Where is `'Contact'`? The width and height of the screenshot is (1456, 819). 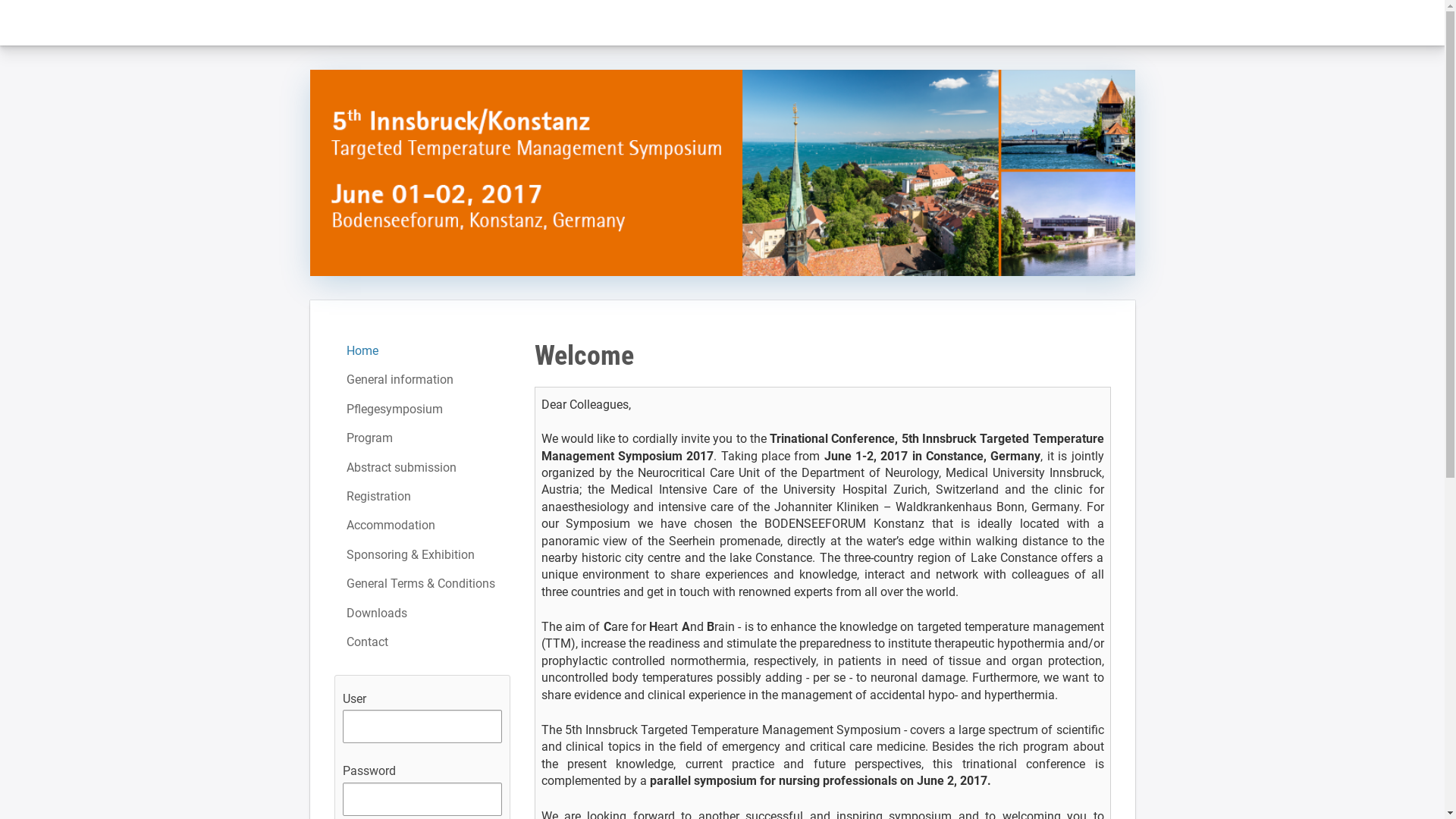 'Contact' is located at coordinates (422, 642).